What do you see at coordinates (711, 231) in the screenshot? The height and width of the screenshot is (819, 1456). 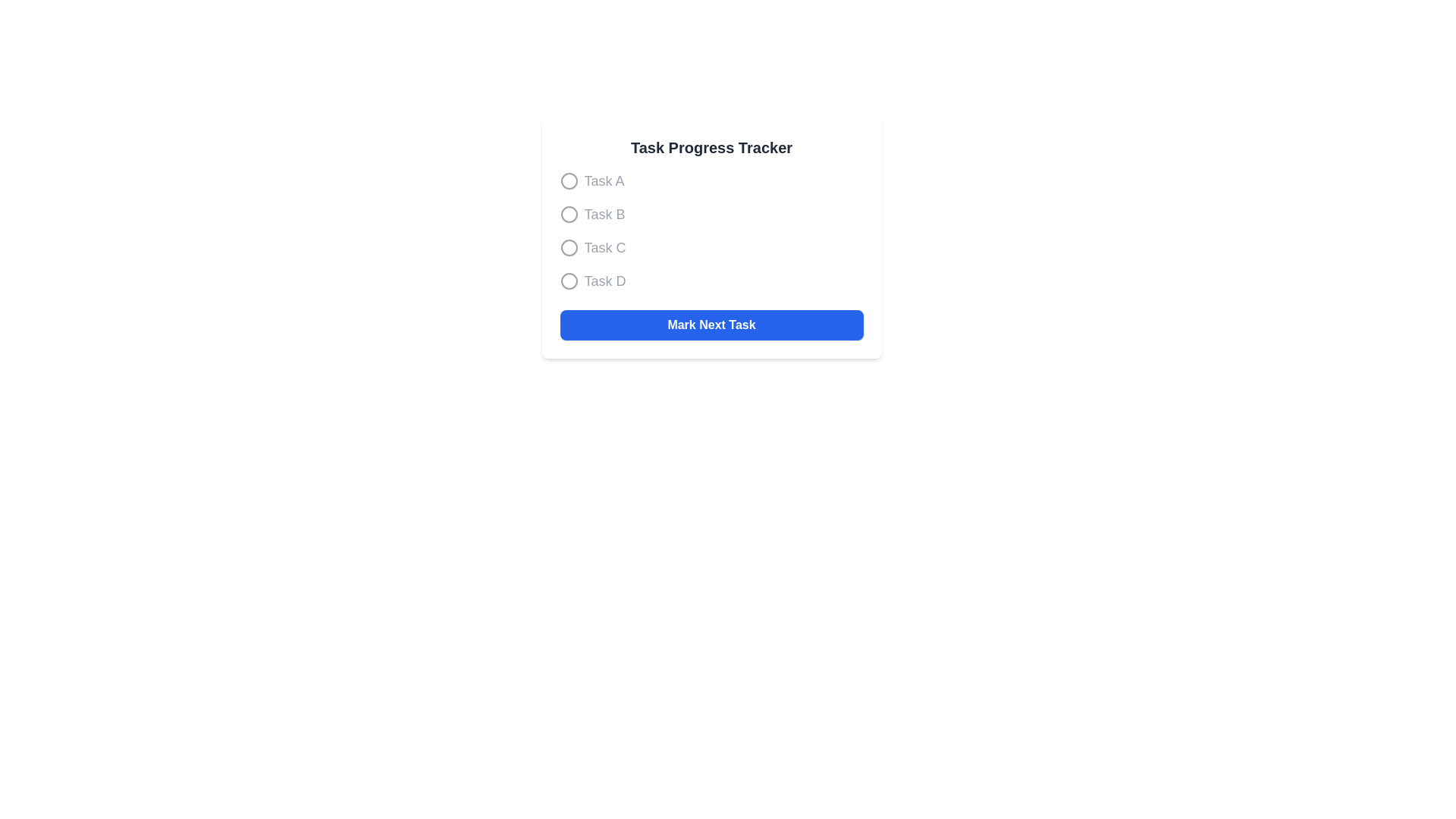 I see `the group of labeled items or checklist elements that contains 'Task A', 'Task B', 'Task C', and 'Task D', which is centrally positioned below the title 'Task Progress Tracker'` at bounding box center [711, 231].